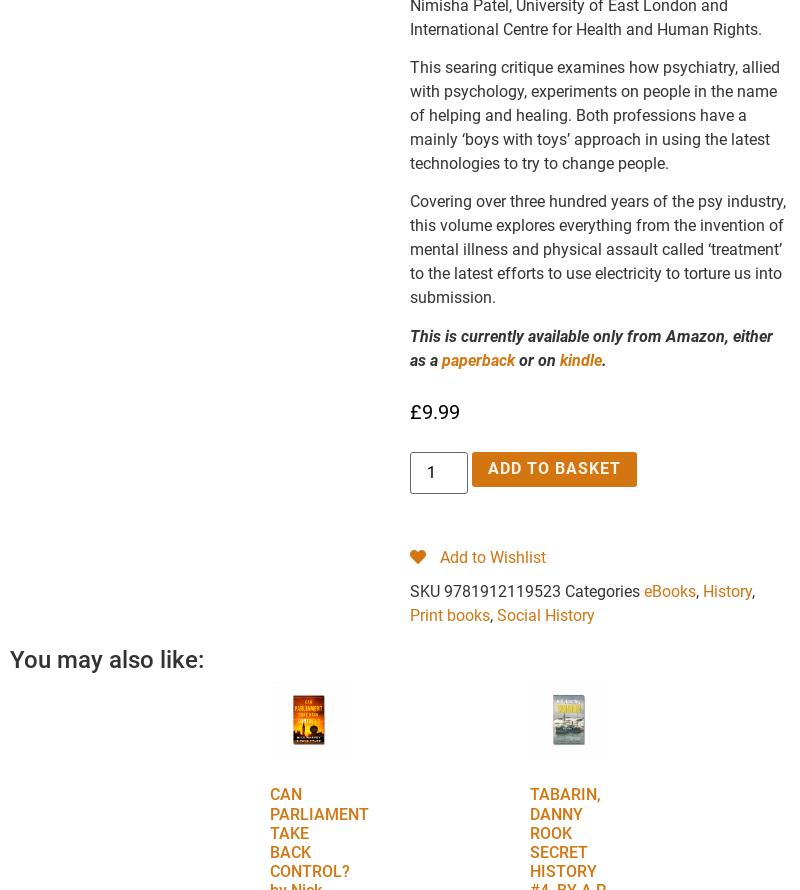 This screenshot has height=890, width=800. I want to click on 'Print books', so click(409, 614).